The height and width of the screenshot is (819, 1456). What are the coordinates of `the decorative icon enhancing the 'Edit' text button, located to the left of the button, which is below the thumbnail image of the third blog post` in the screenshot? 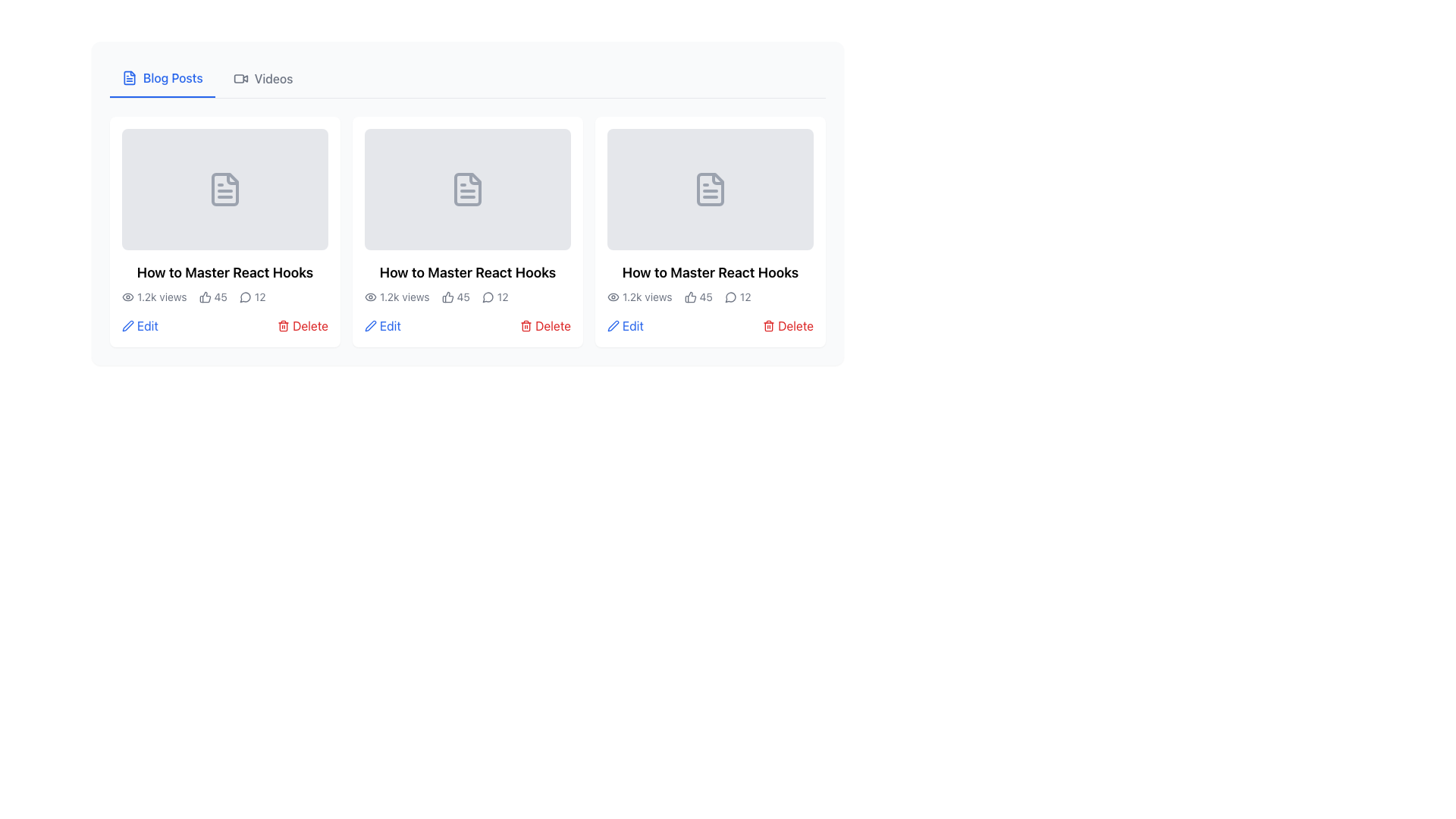 It's located at (613, 325).